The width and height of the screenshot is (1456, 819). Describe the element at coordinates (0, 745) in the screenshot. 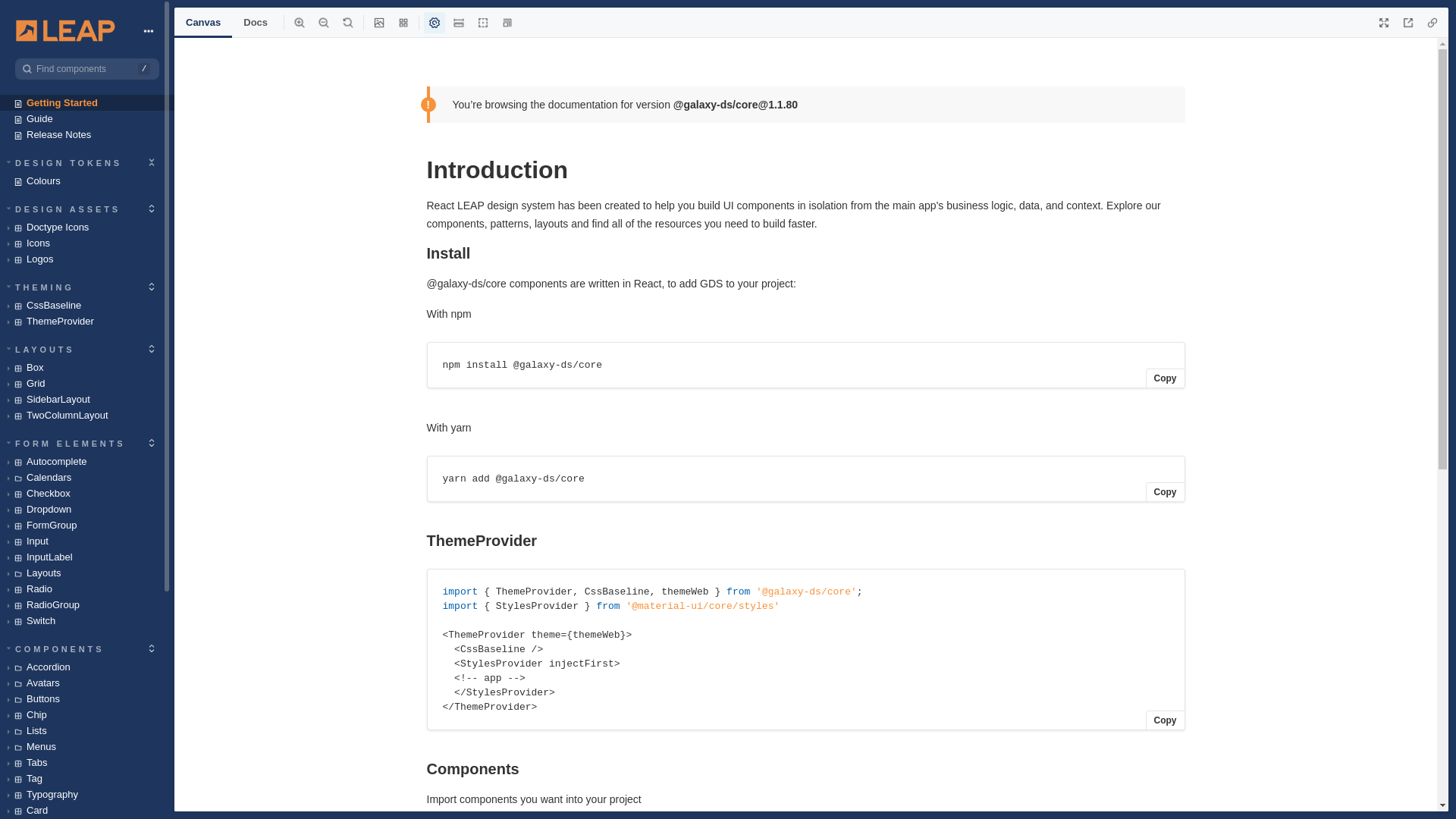

I see `'Menus'` at that location.